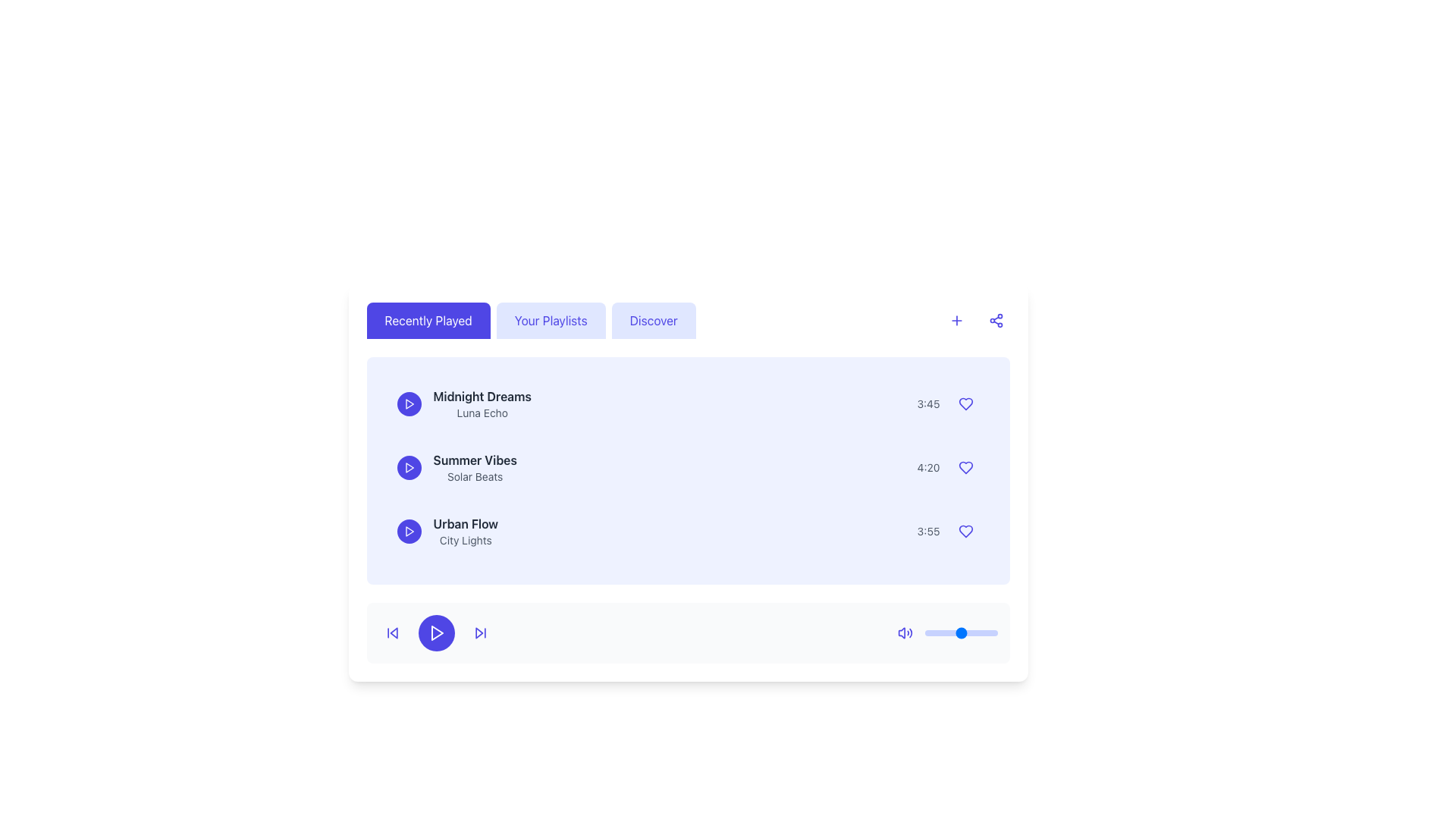  I want to click on the slider, so click(963, 632).